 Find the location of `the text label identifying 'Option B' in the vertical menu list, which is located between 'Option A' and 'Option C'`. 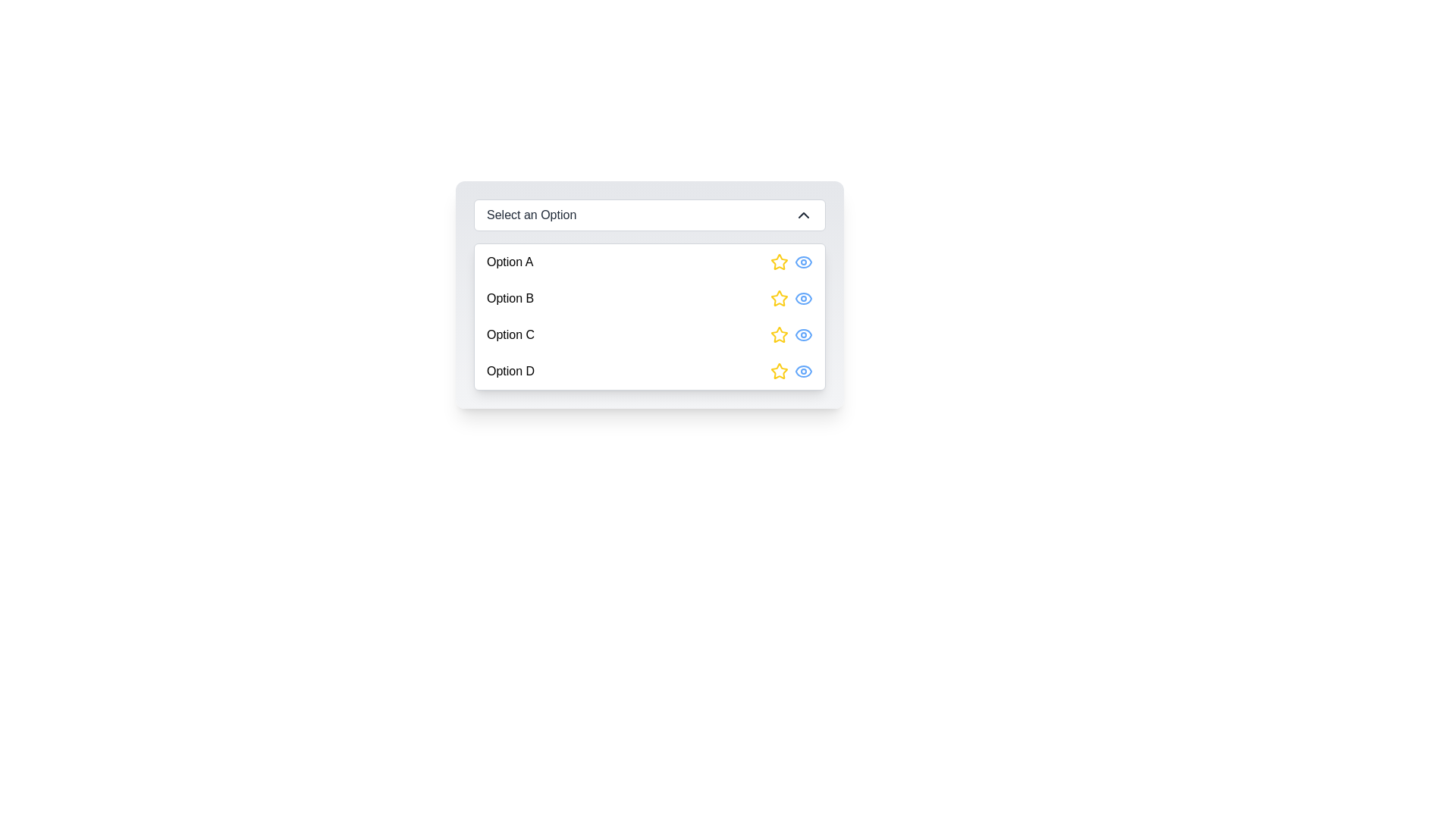

the text label identifying 'Option B' in the vertical menu list, which is located between 'Option A' and 'Option C' is located at coordinates (510, 298).